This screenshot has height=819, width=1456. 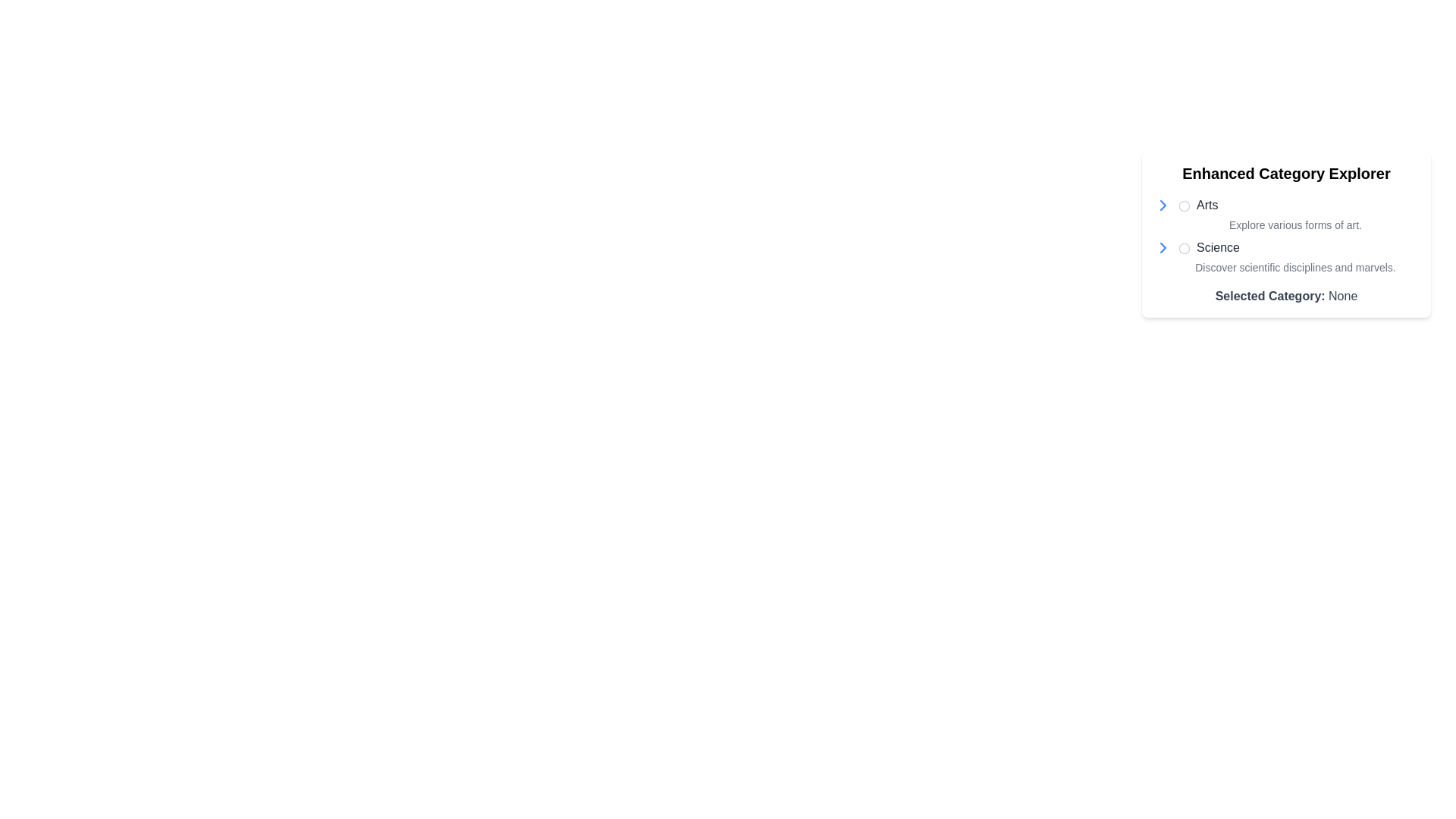 What do you see at coordinates (1208, 247) in the screenshot?
I see `the 'Science' text label, which is styled in gray and positioned next` at bounding box center [1208, 247].